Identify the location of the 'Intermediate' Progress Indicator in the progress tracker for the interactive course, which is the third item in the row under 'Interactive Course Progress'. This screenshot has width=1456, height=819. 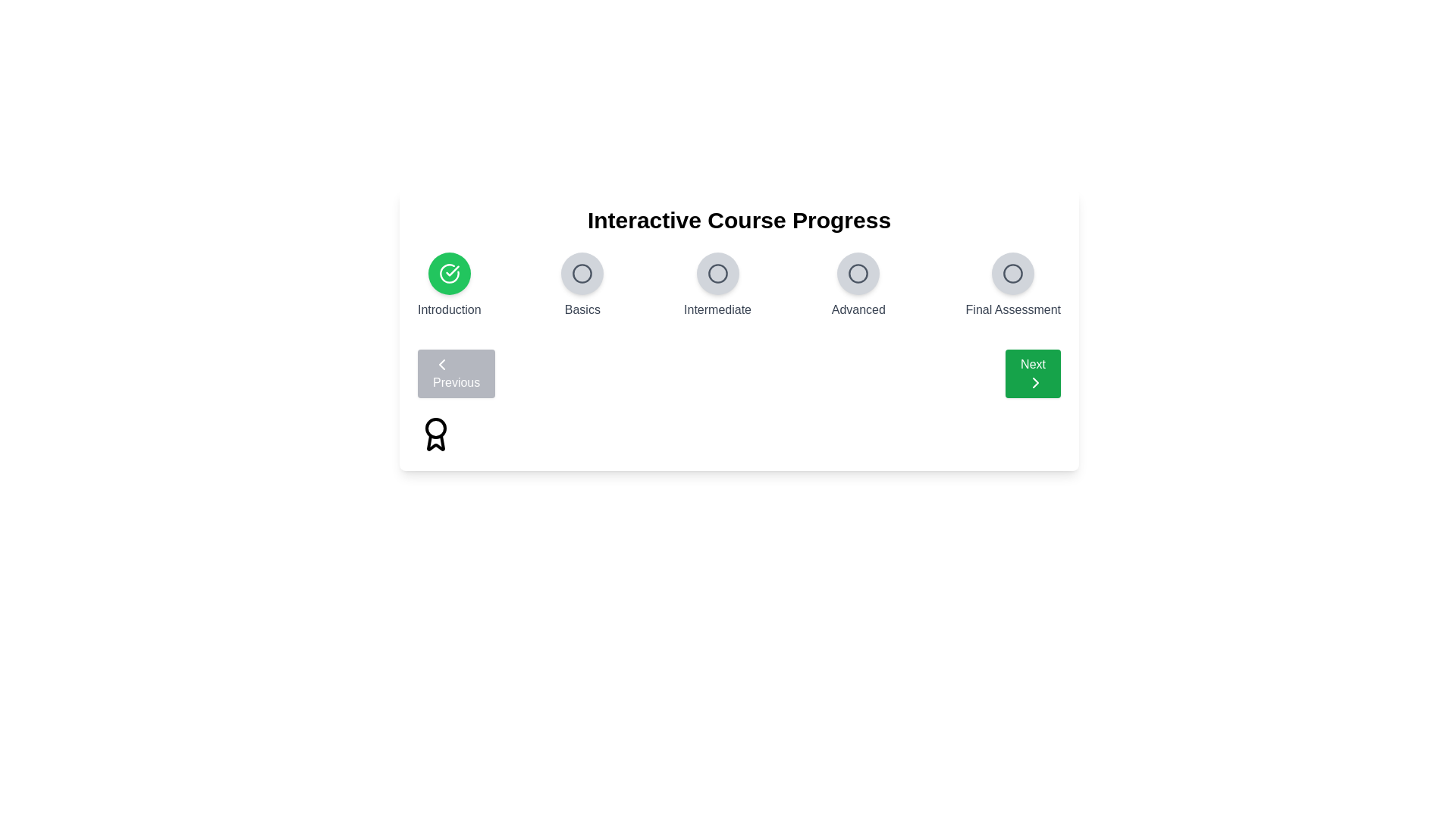
(717, 274).